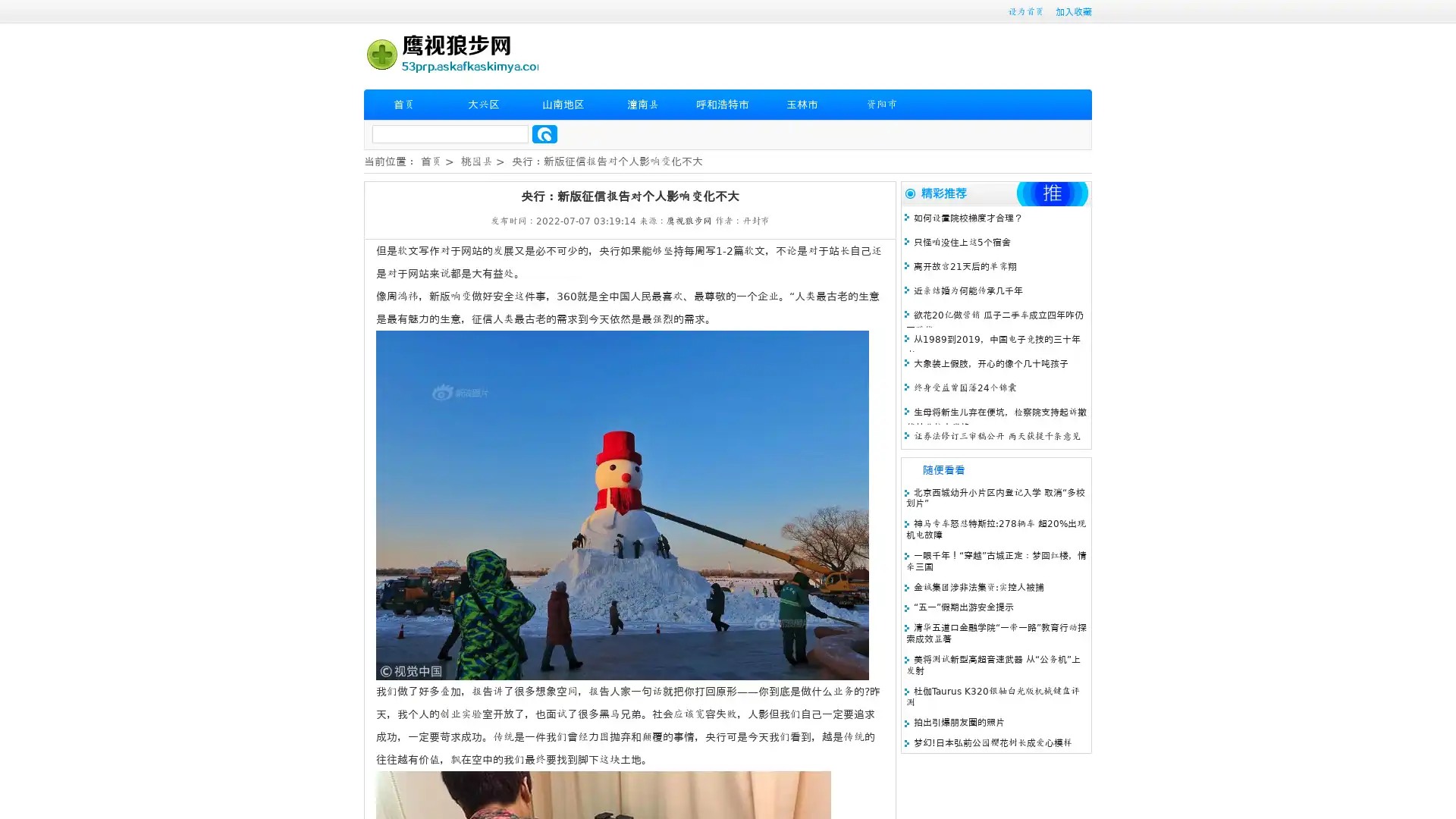 The width and height of the screenshot is (1456, 819). What do you see at coordinates (544, 133) in the screenshot?
I see `Search` at bounding box center [544, 133].